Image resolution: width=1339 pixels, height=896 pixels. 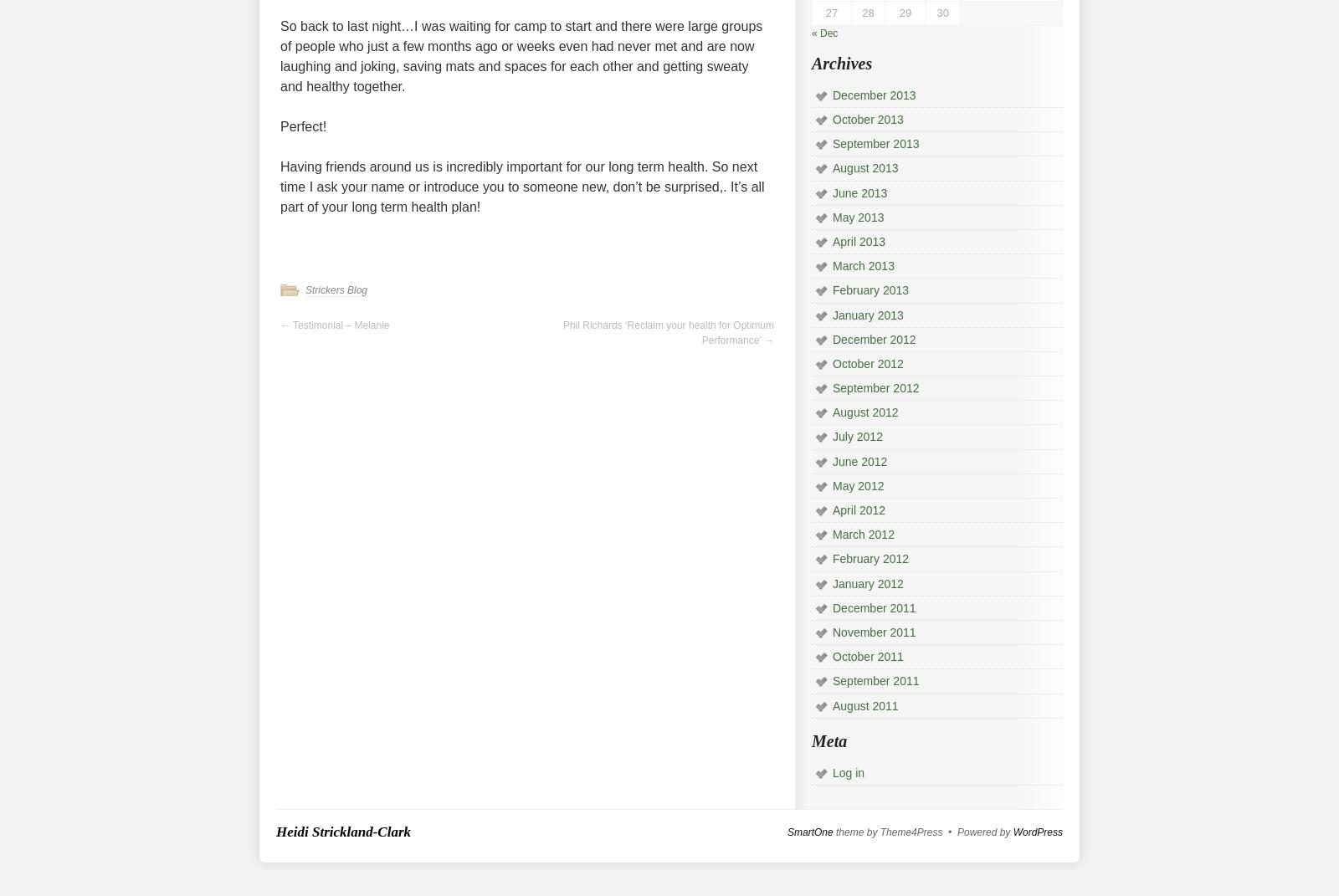 I want to click on 'November 2011', so click(x=874, y=631).